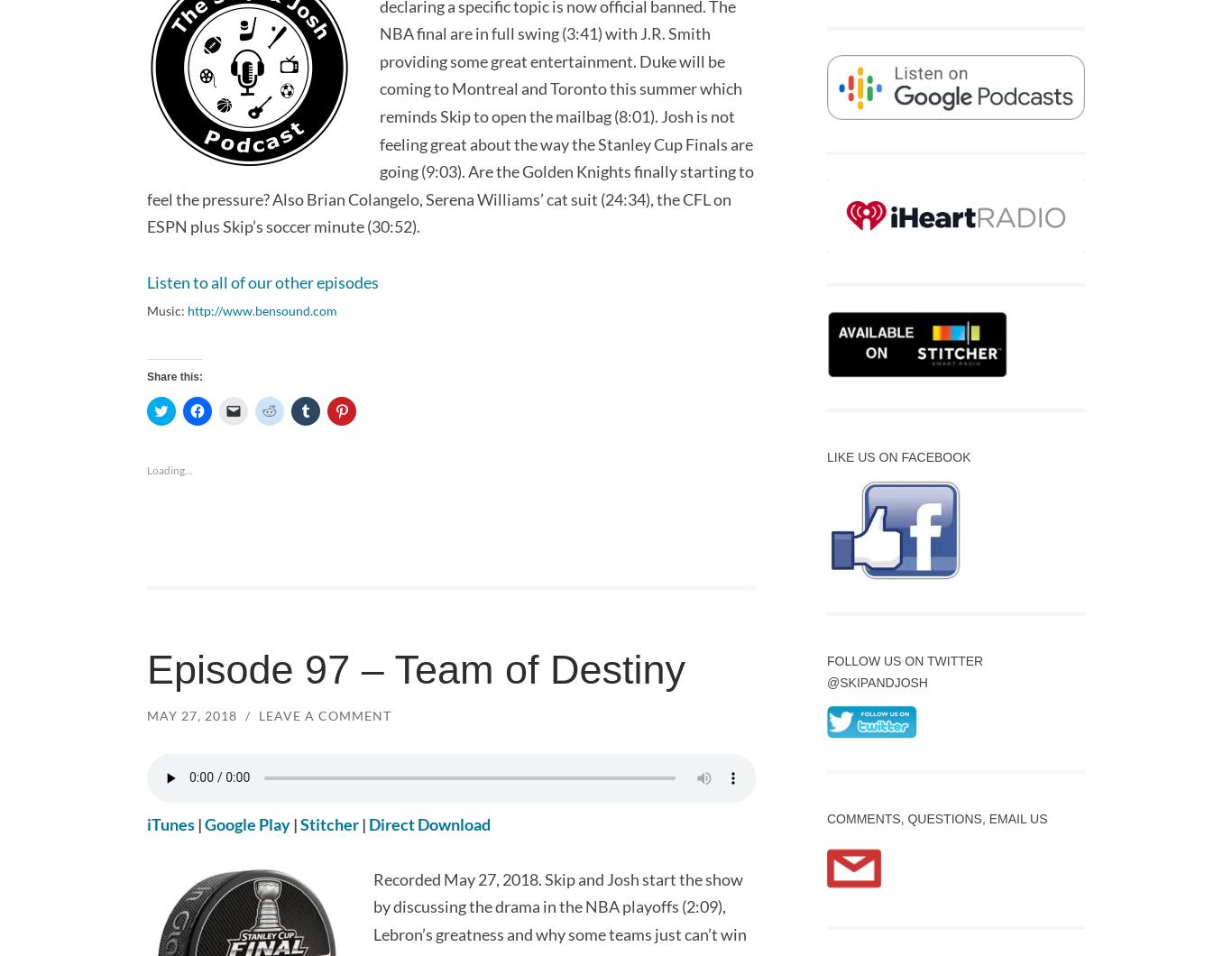 The height and width of the screenshot is (956, 1232). What do you see at coordinates (166, 311) in the screenshot?
I see `'Music:'` at bounding box center [166, 311].